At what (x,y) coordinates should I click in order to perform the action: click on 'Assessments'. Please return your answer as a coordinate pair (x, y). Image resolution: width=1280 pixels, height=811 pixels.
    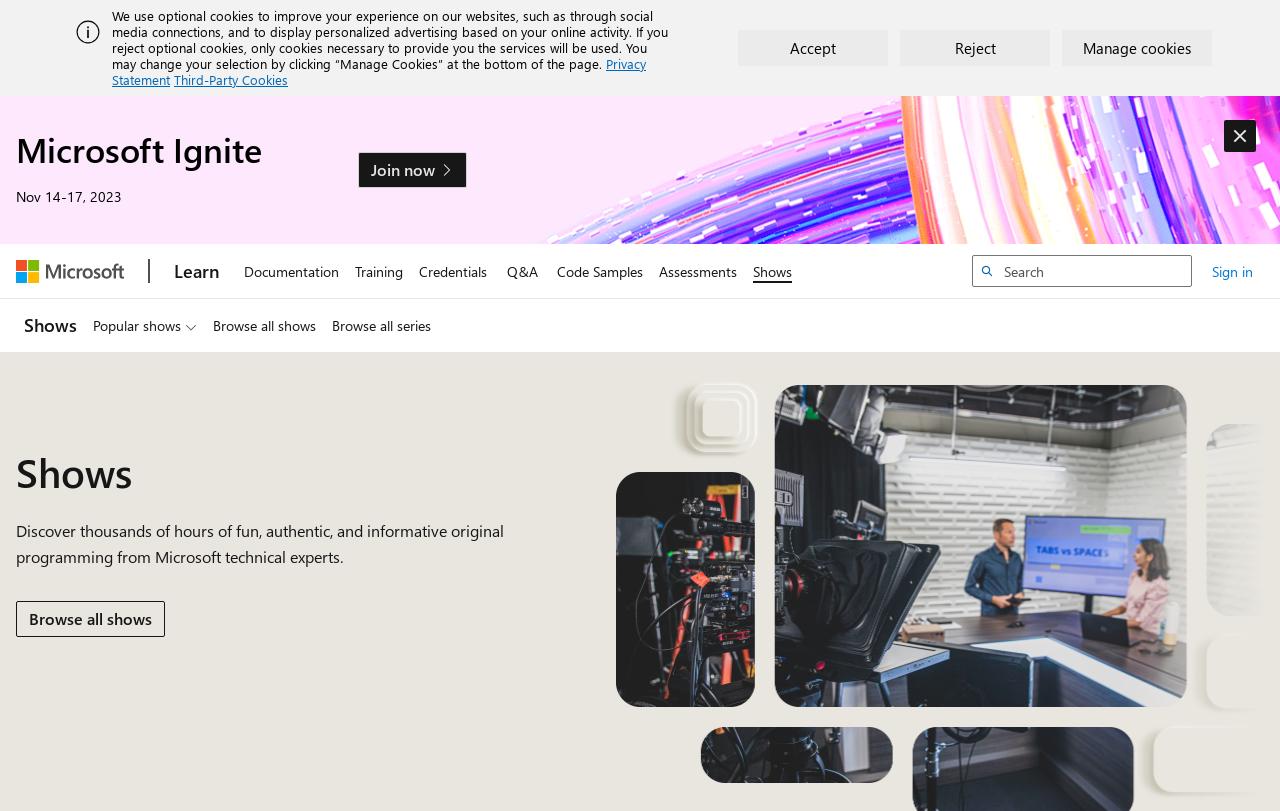
    Looking at the image, I should click on (697, 270).